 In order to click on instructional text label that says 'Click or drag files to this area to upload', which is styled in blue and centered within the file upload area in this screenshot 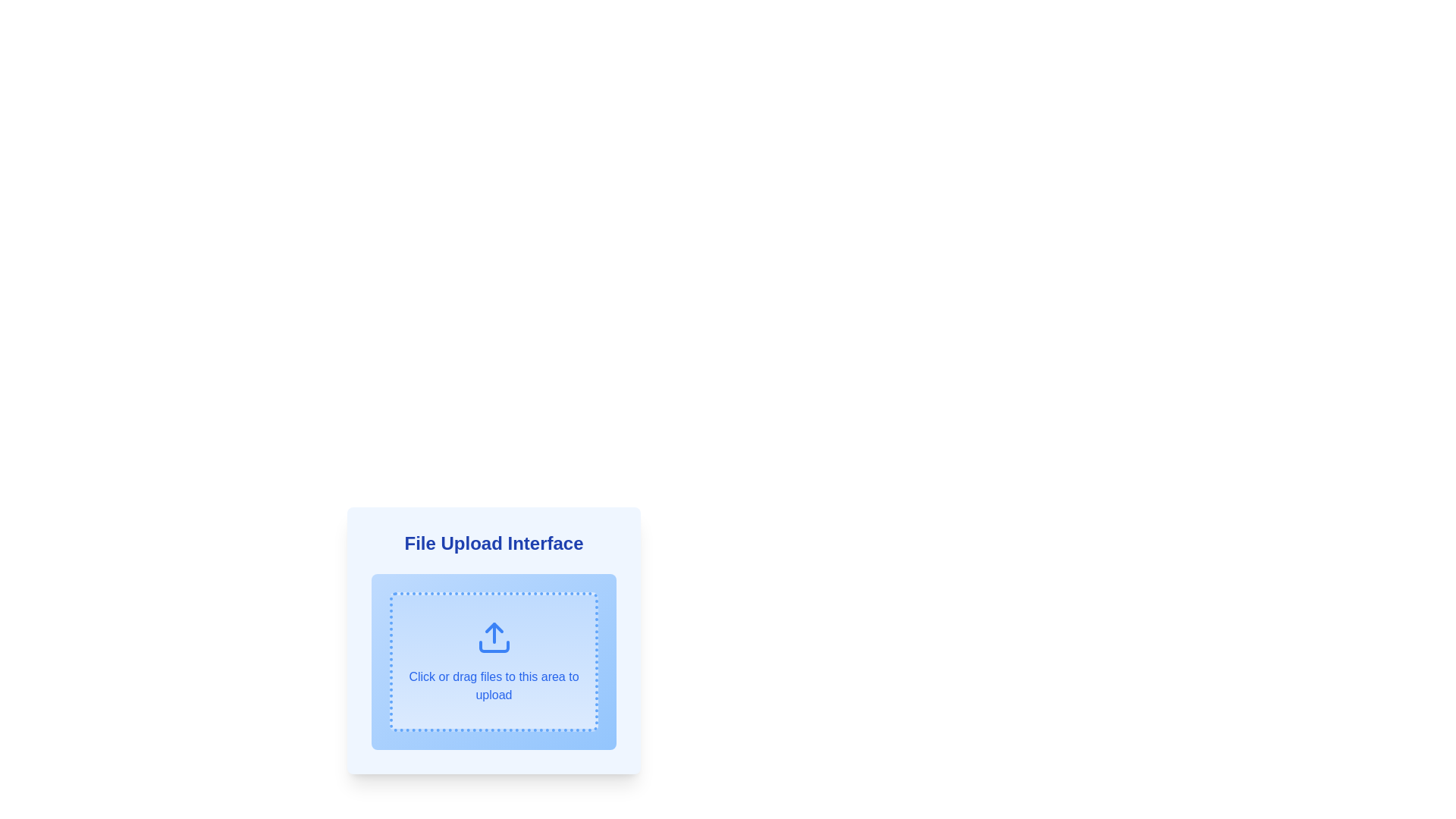, I will do `click(494, 686)`.